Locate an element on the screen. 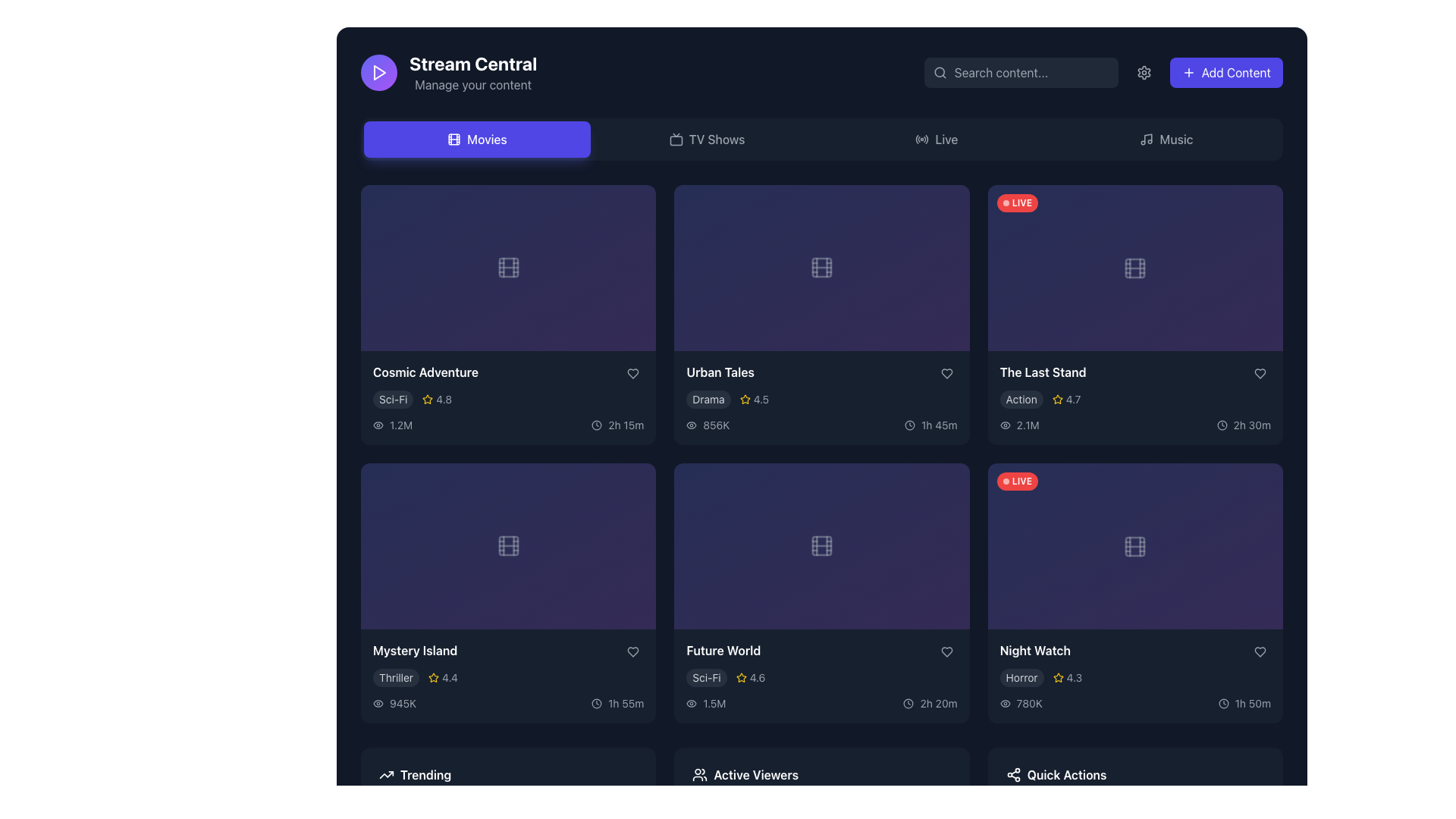  displayed duration value '2h 15m' from the text label in the 'Cosmic Adventure' section of the 'Movies' category within the 'Stream Central' interface is located at coordinates (626, 425).